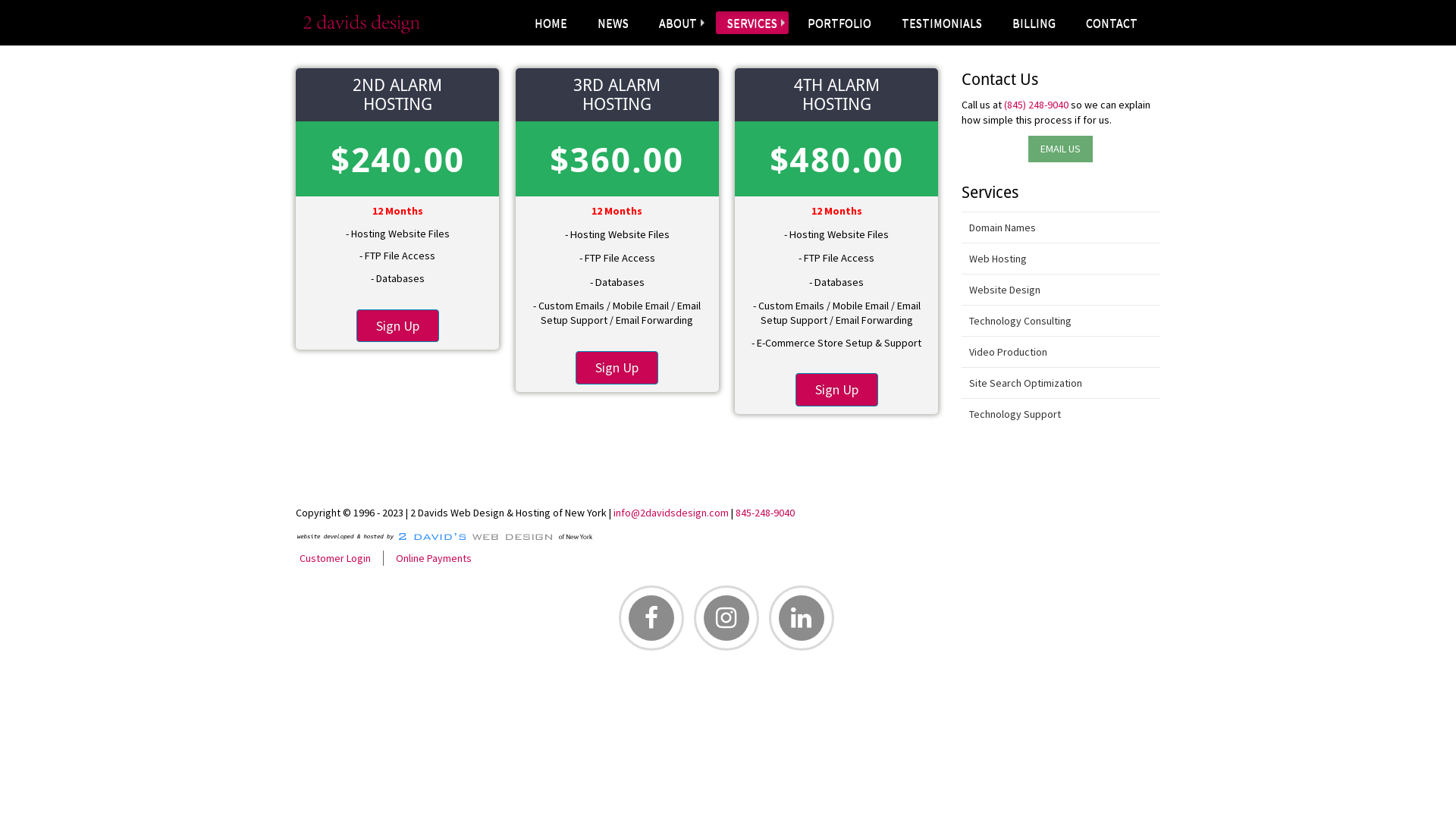  I want to click on 'info@2davidsdesign.com', so click(670, 512).